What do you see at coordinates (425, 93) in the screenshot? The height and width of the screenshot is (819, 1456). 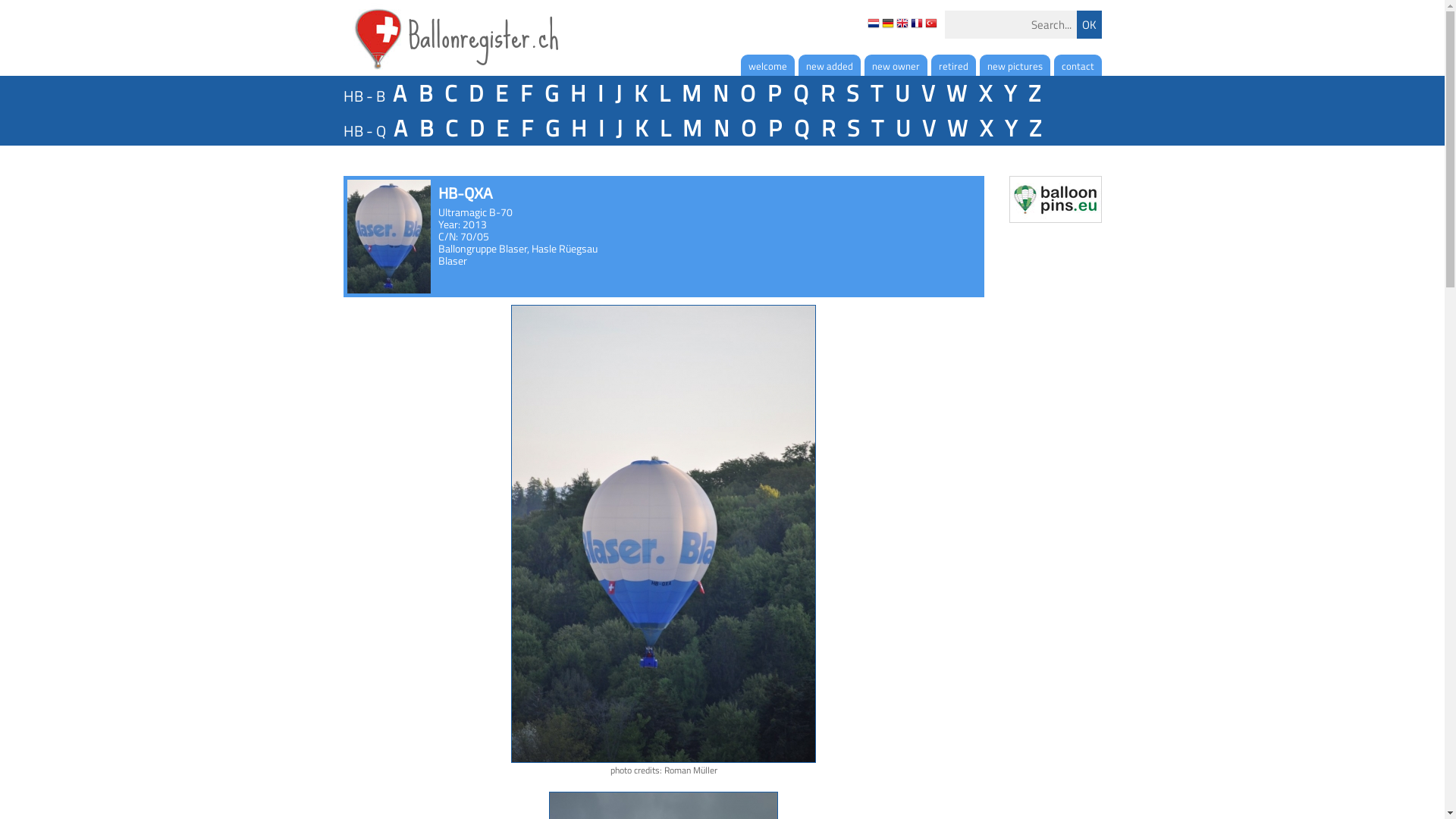 I see `'B'` at bounding box center [425, 93].